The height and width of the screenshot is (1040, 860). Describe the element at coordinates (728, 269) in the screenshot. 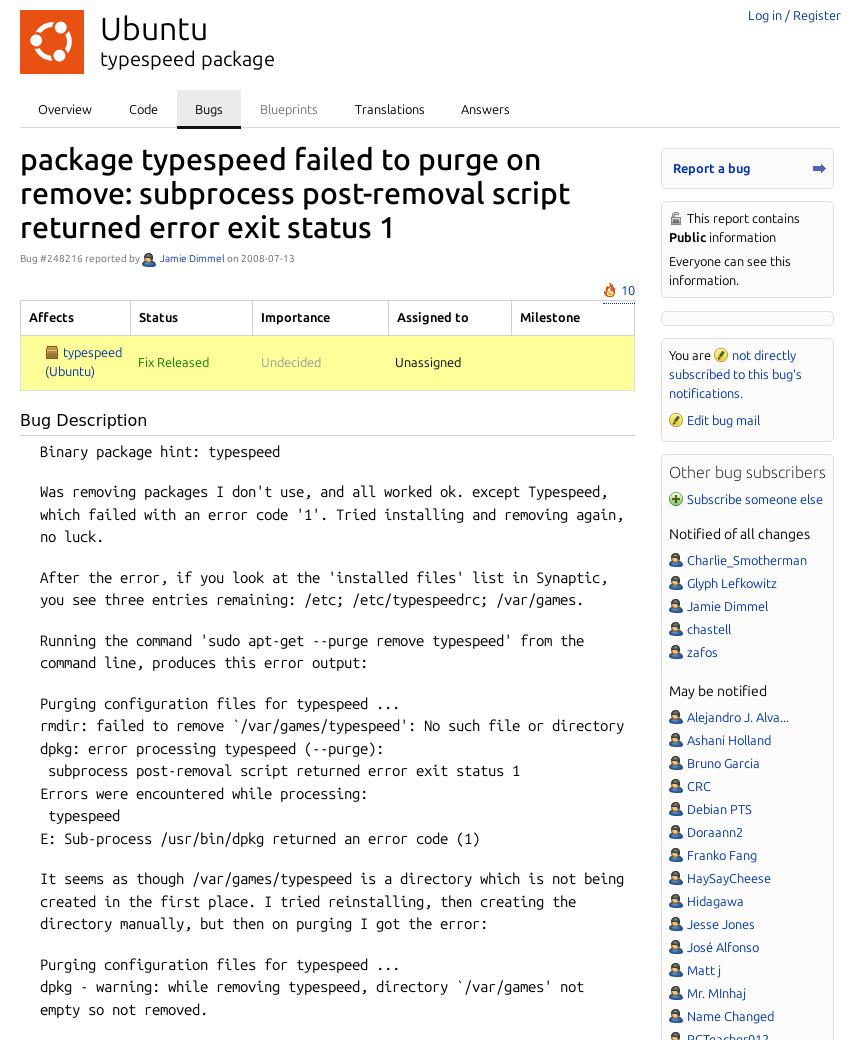

I see `'Everyone can see this information.'` at that location.